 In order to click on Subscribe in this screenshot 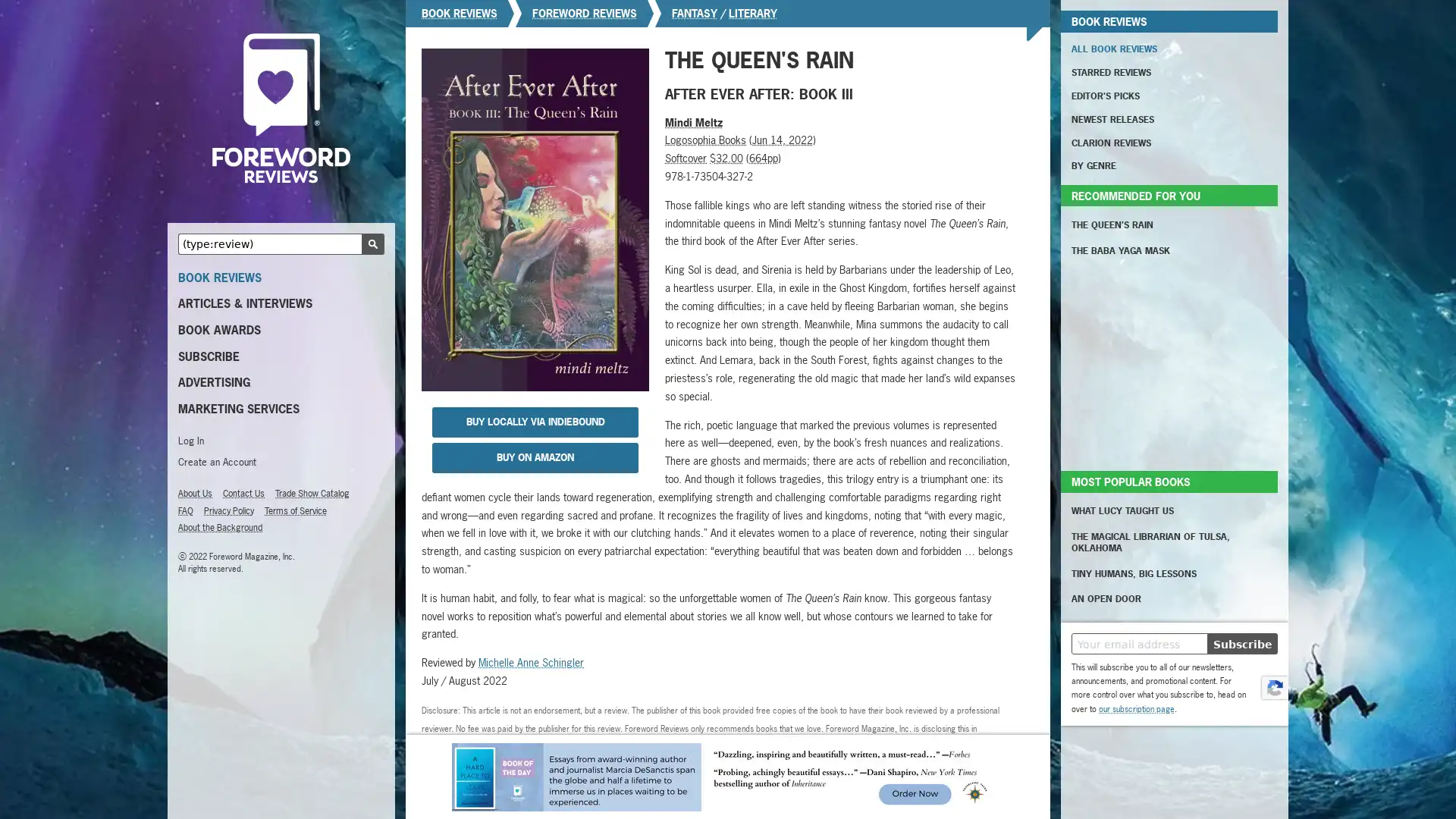, I will do `click(1242, 643)`.